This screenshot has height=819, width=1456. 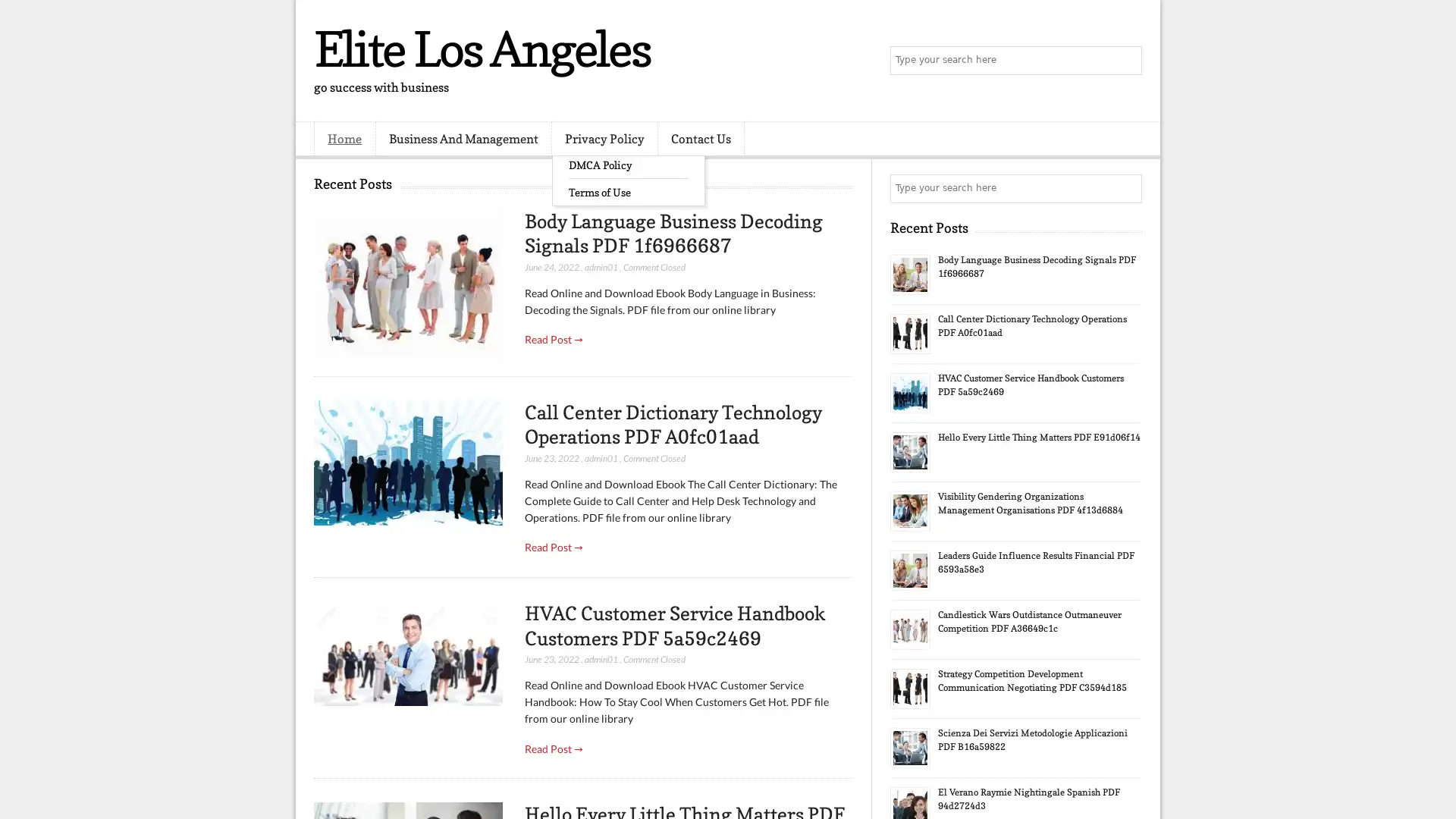 I want to click on Search, so click(x=1126, y=188).